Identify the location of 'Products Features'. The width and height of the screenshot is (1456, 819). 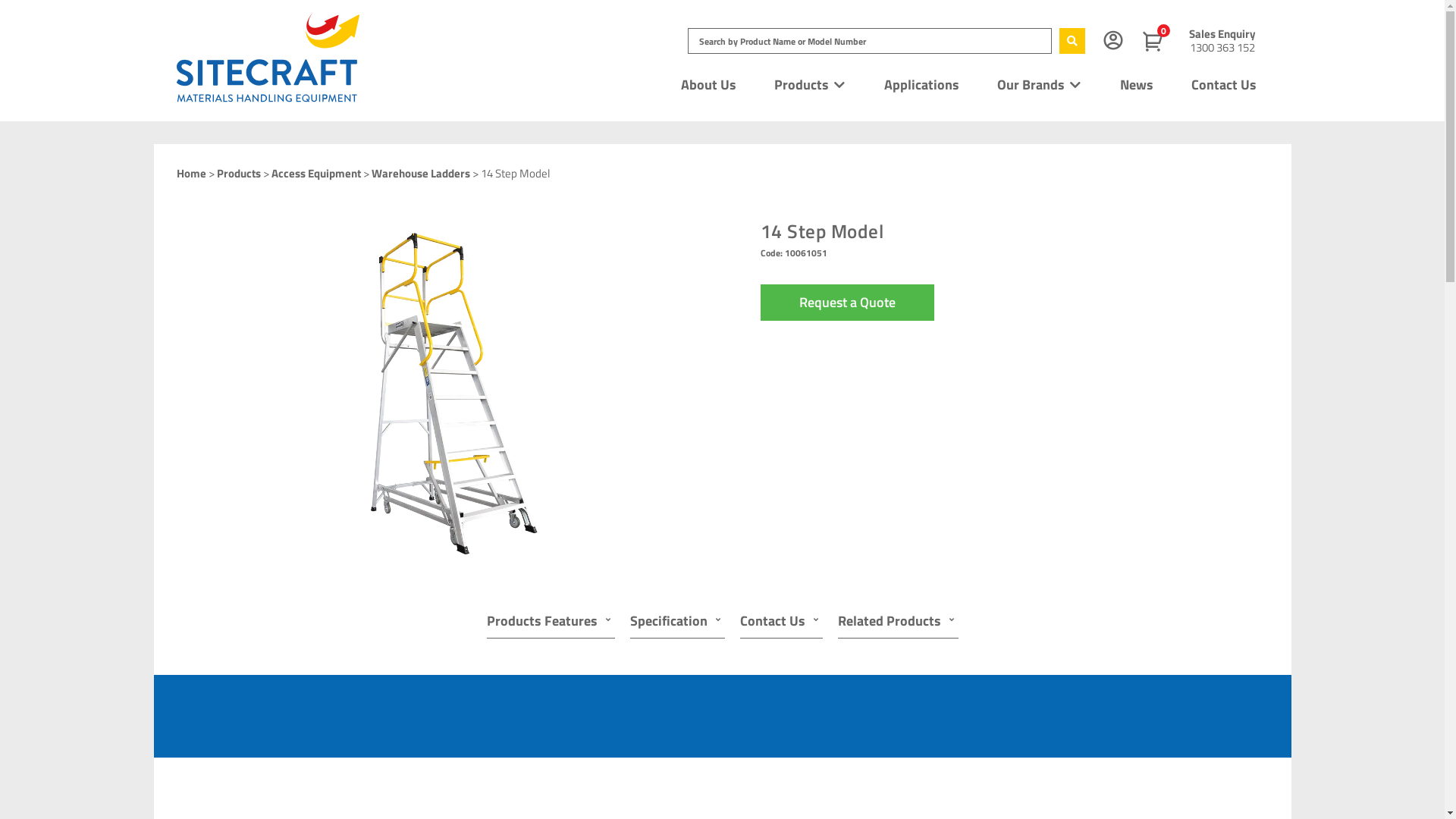
(550, 622).